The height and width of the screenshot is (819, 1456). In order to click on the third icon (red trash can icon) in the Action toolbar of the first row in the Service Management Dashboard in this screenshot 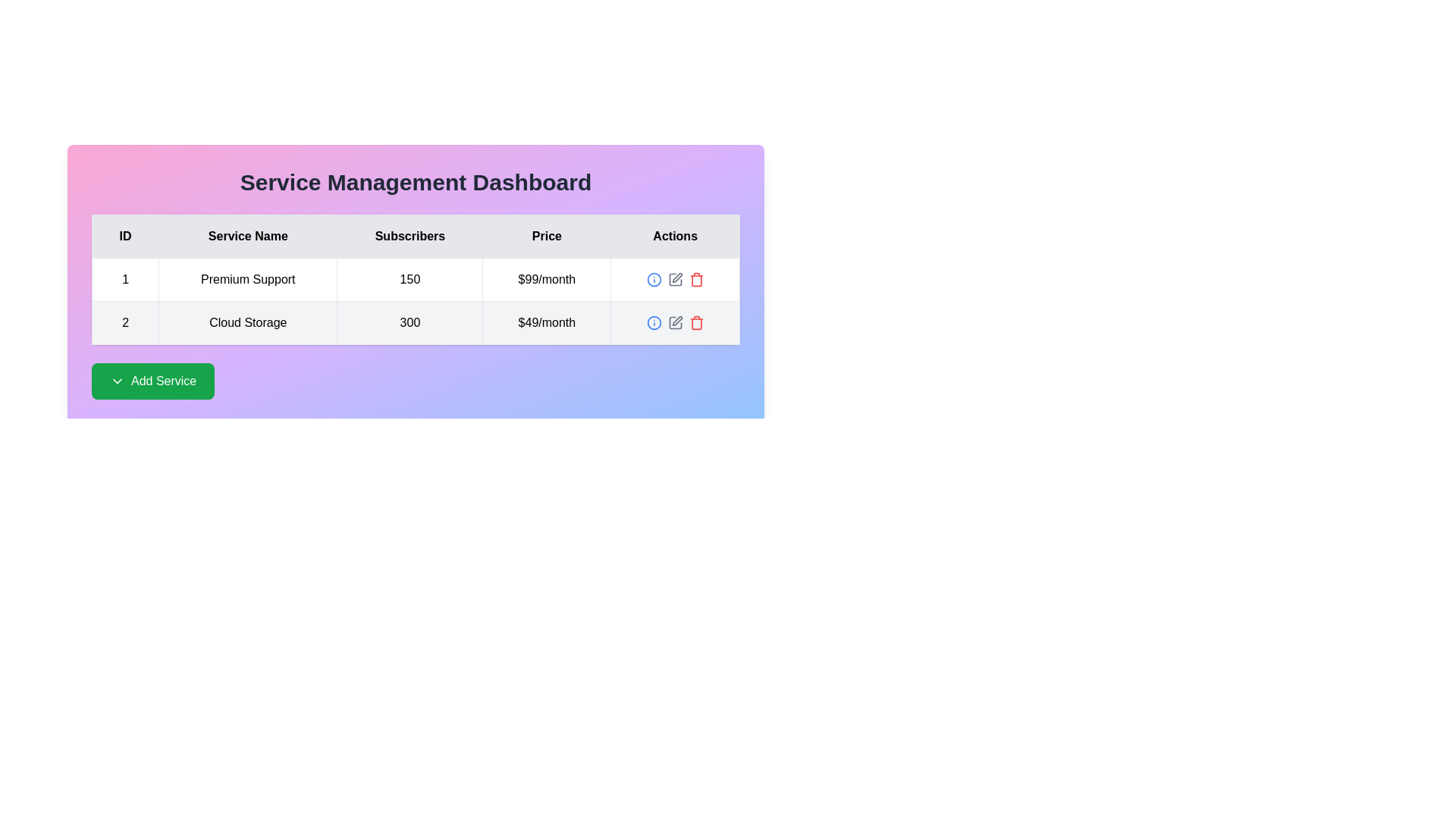, I will do `click(674, 280)`.